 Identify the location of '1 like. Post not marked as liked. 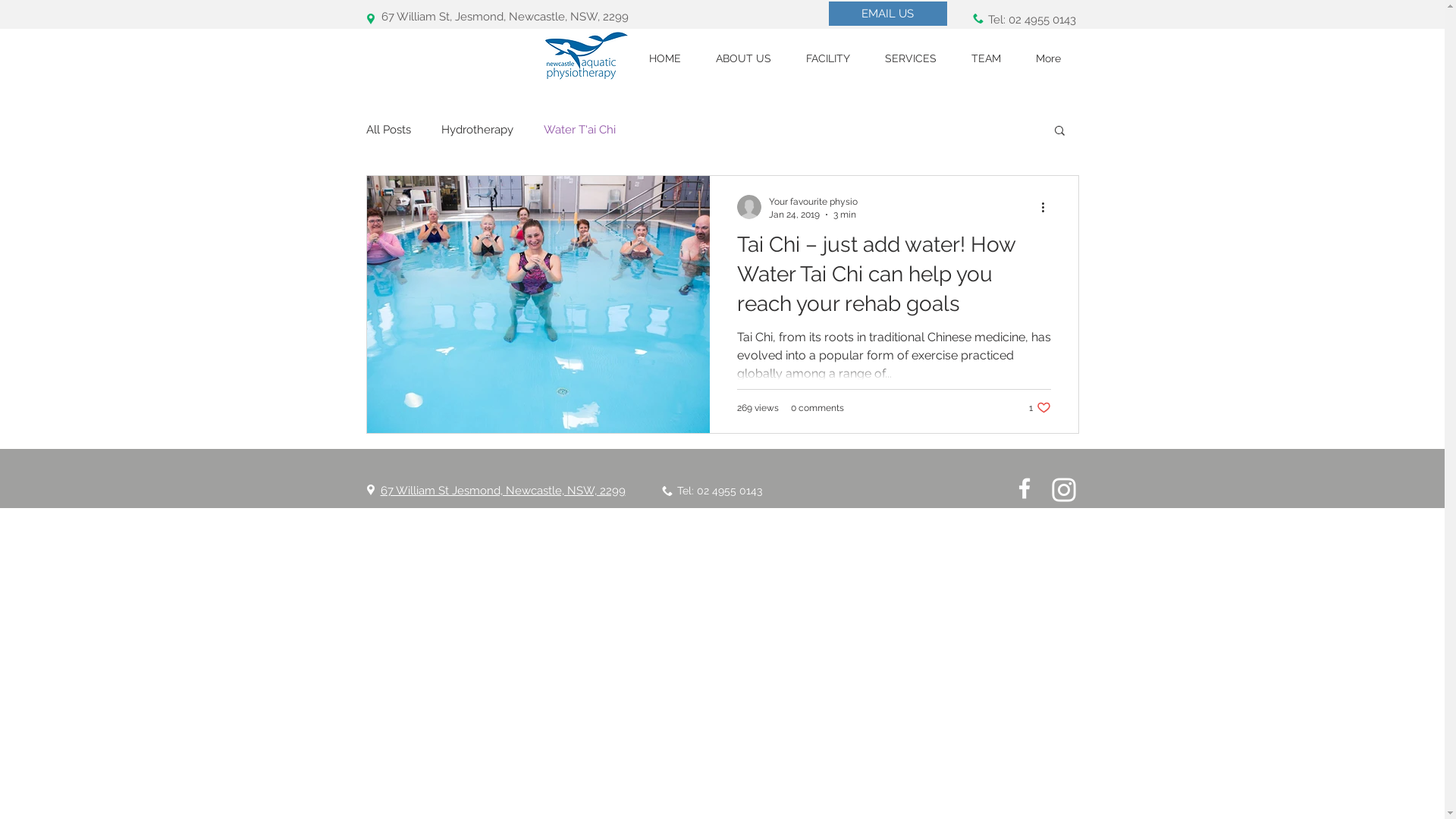
(1038, 406).